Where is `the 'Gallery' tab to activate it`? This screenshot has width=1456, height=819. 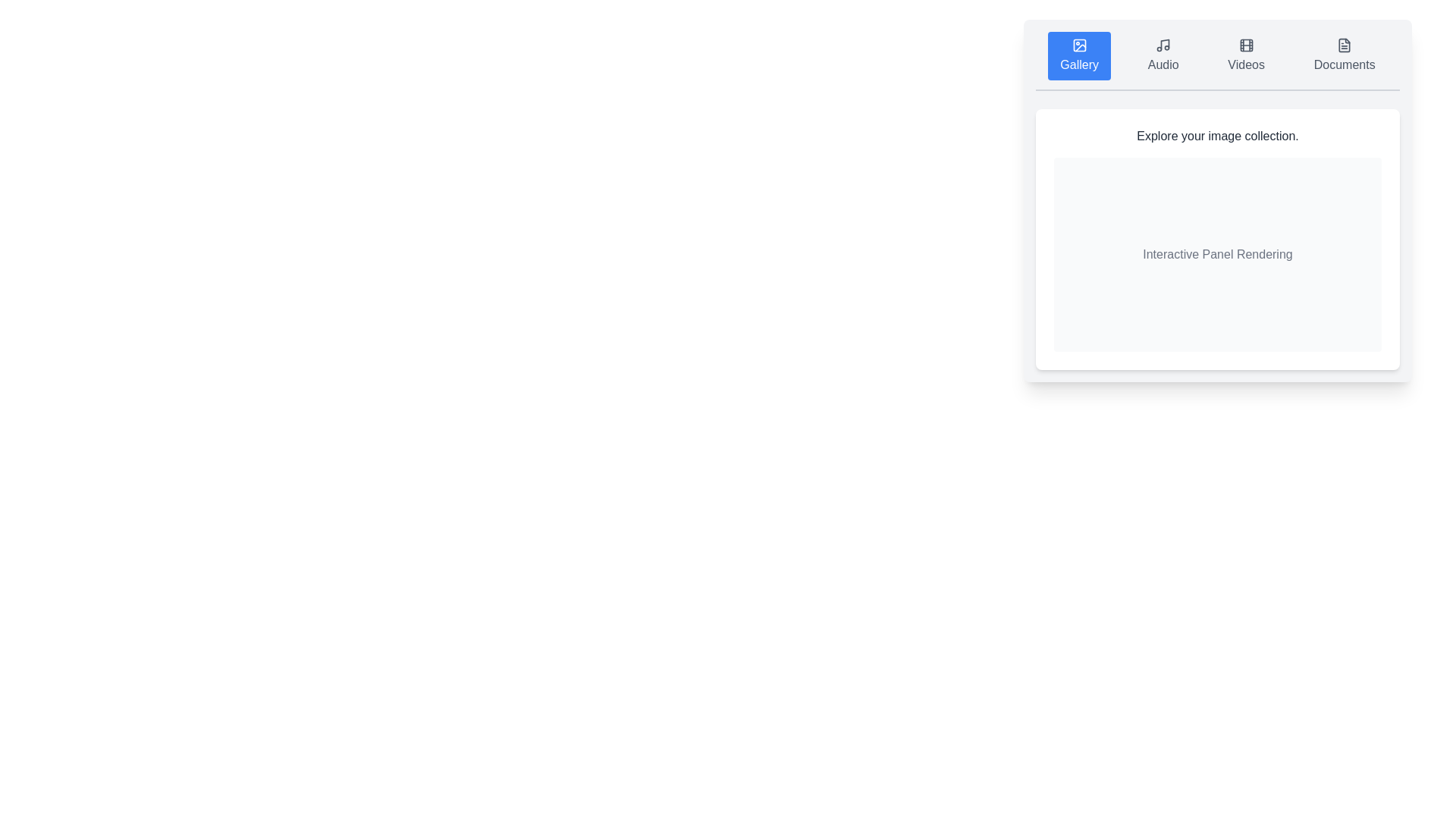
the 'Gallery' tab to activate it is located at coordinates (1078, 55).